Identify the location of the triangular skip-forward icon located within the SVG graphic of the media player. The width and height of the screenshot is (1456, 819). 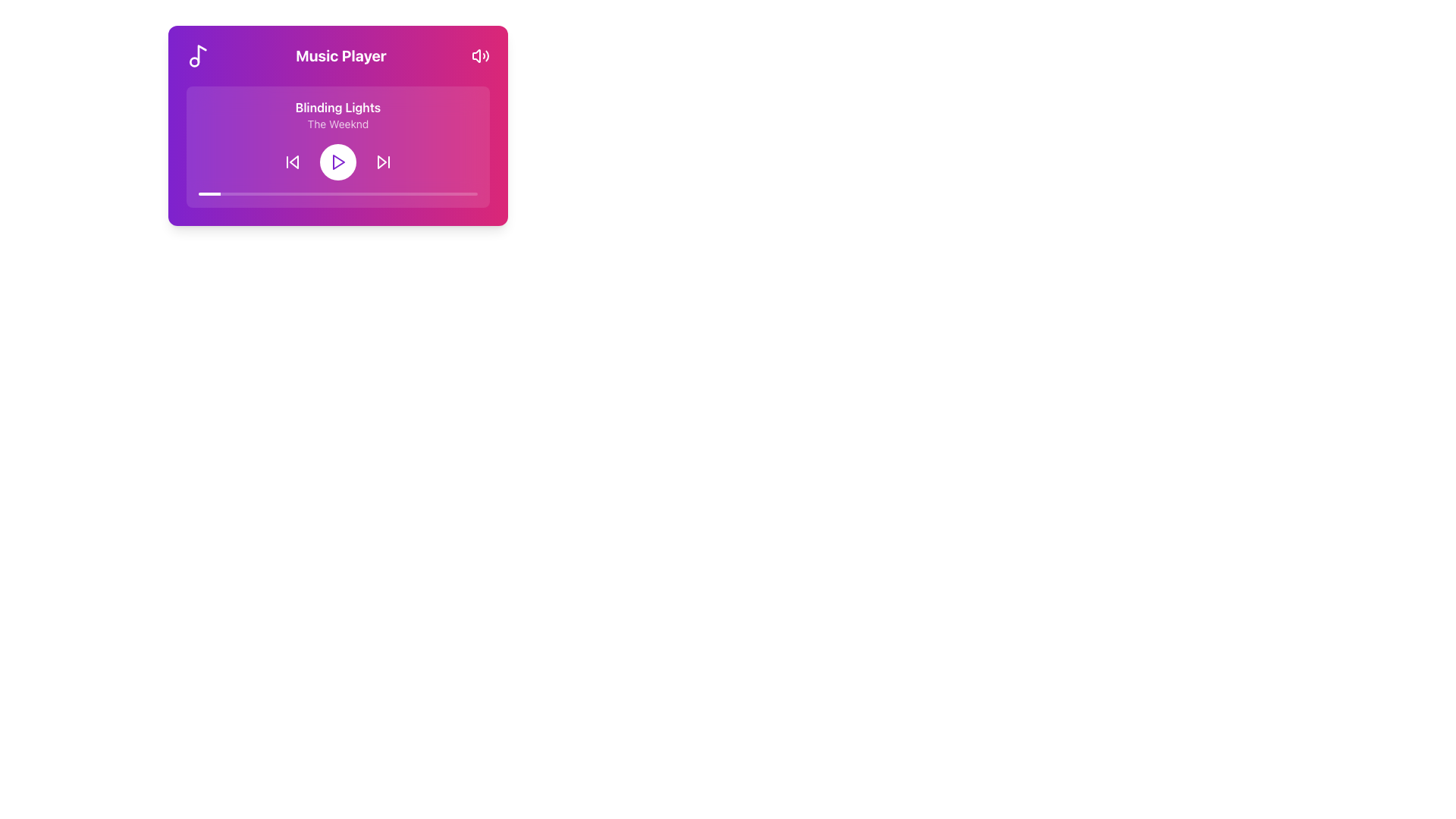
(382, 162).